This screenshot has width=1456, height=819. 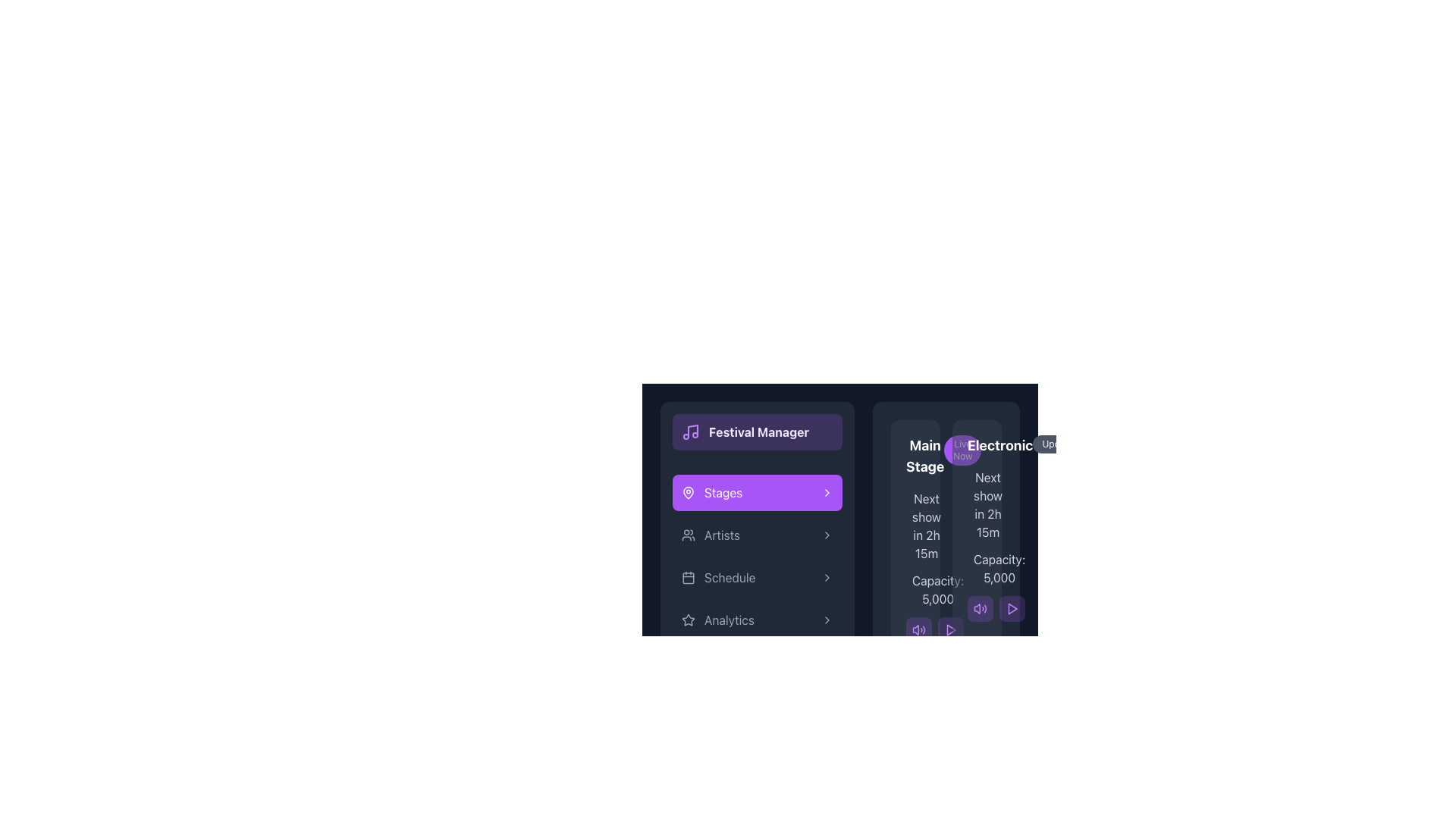 I want to click on the Text Label displaying 'Capacity: 5,000' located below 'Next show in 2h 15m' within the 'Electronic' card, so click(x=937, y=589).